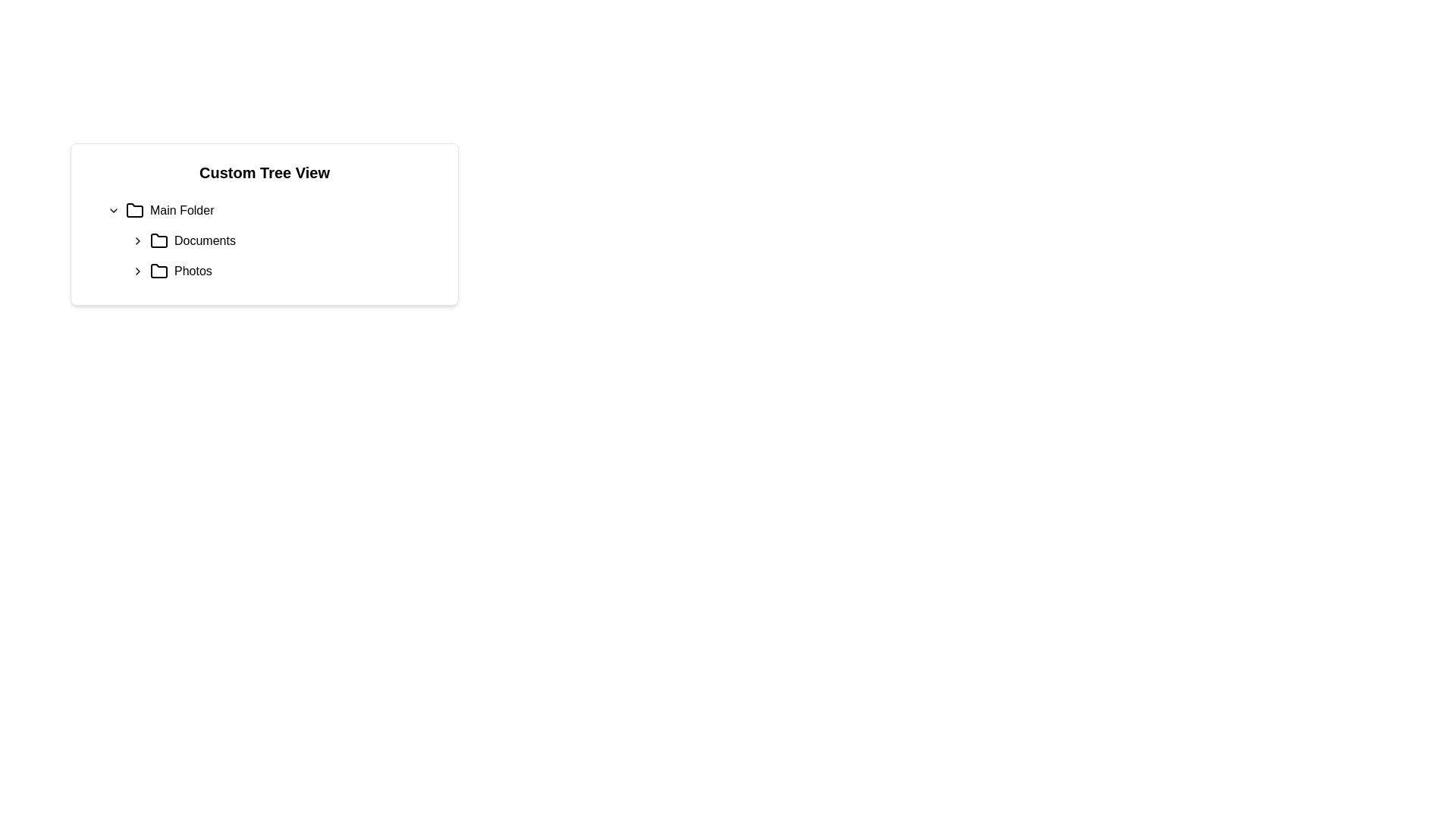 The image size is (1456, 819). I want to click on the folder icon representing the 'Photos' list item in the navigation tree to interact with the navigation, so click(159, 271).